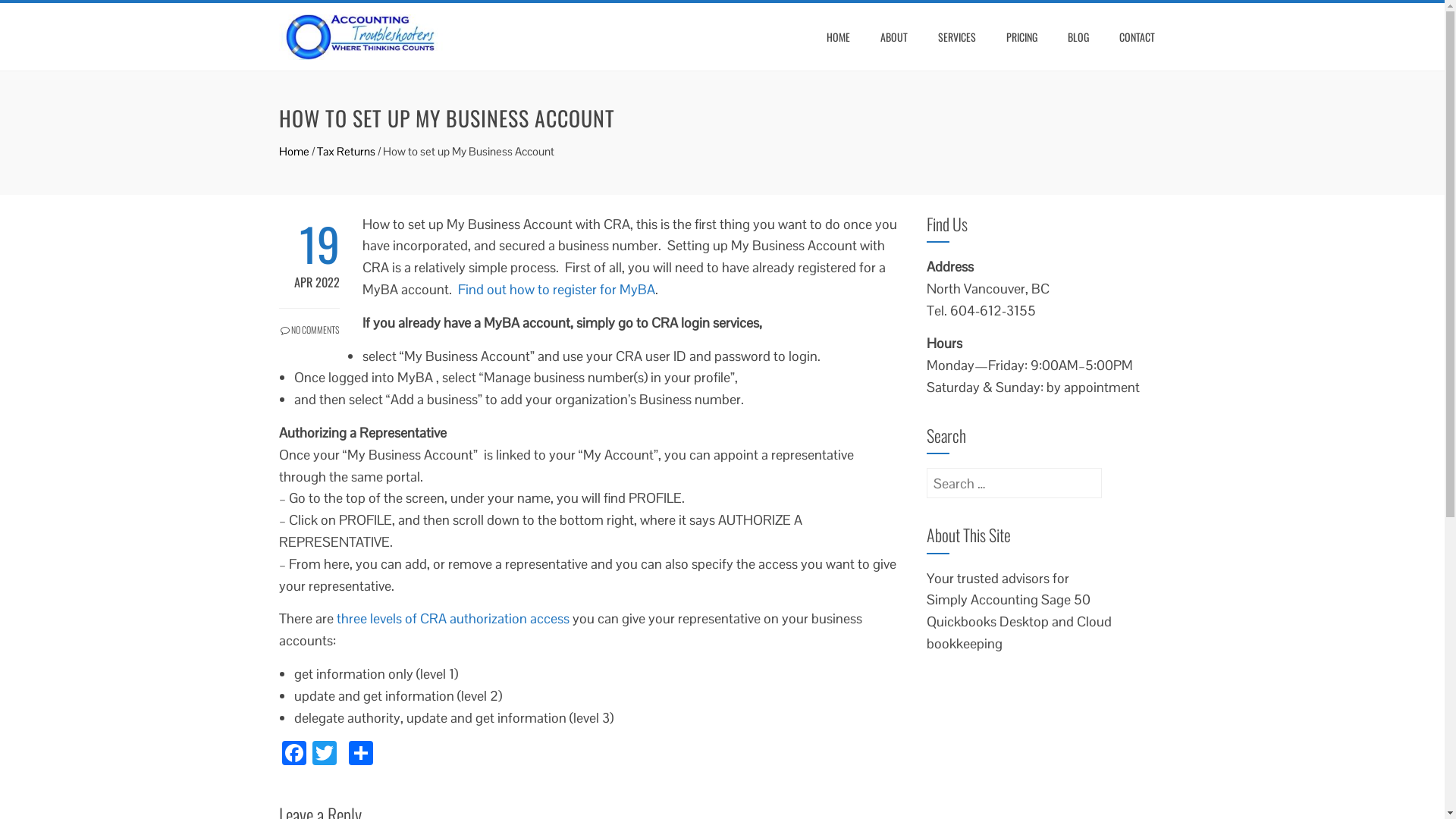 Image resolution: width=1456 pixels, height=819 pixels. Describe the element at coordinates (294, 151) in the screenshot. I see `'Home'` at that location.